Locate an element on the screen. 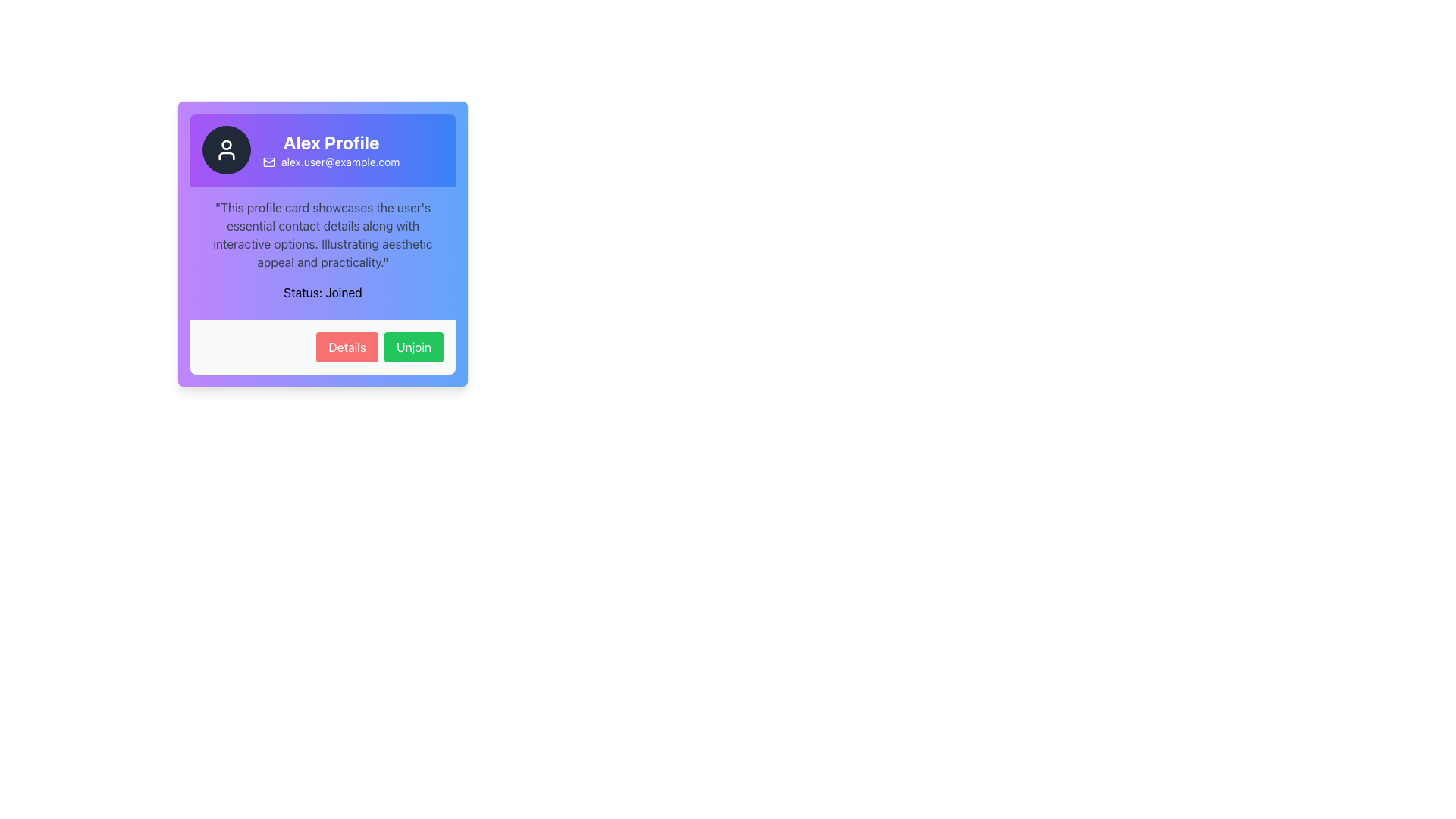  the purple envelope icon representing email, located to the left of the email address 'alex.user@example.com' in the profile card interface is located at coordinates (269, 162).